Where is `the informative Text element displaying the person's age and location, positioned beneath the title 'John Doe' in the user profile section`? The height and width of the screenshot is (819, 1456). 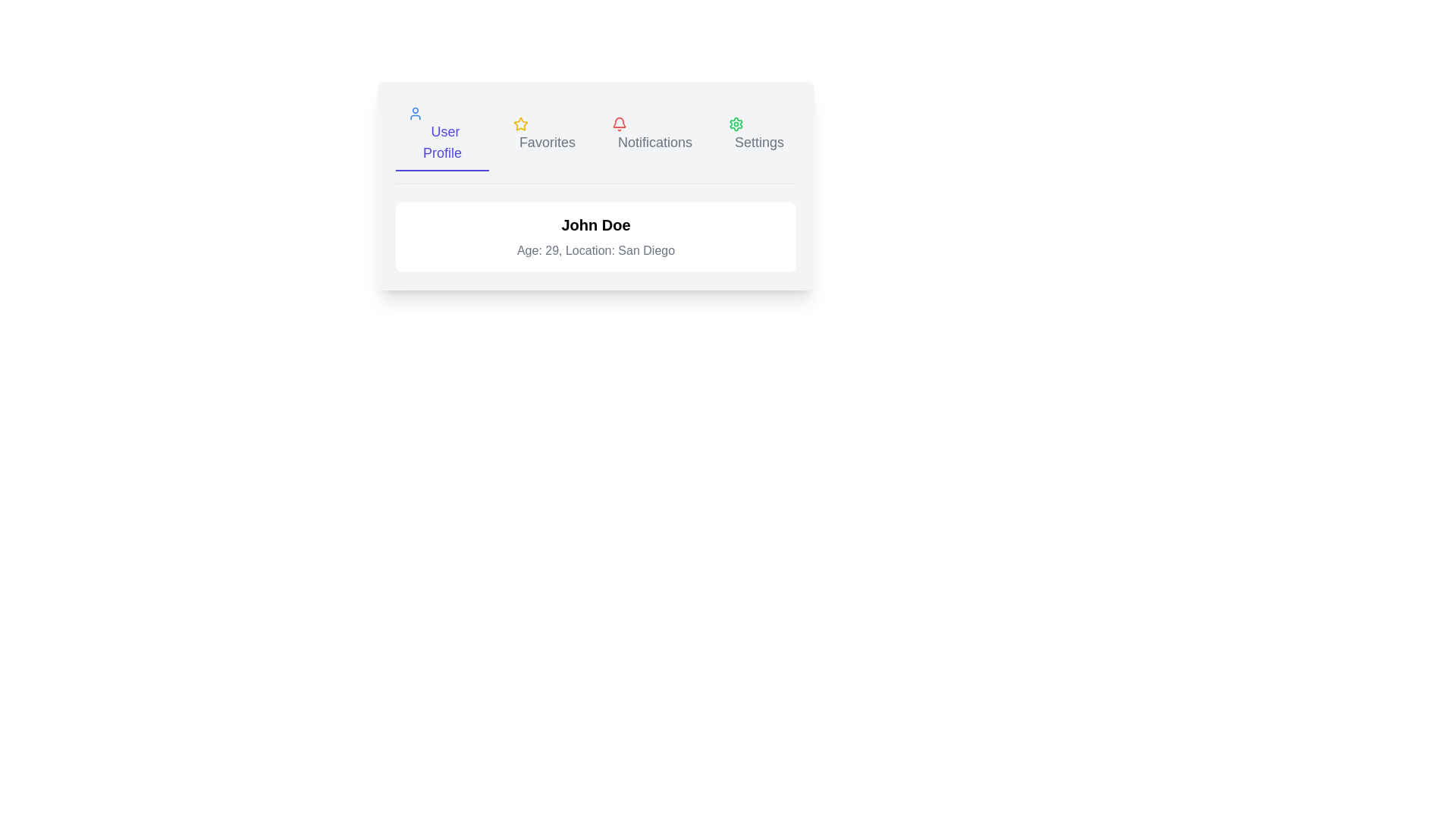
the informative Text element displaying the person's age and location, positioned beneath the title 'John Doe' in the user profile section is located at coordinates (595, 250).